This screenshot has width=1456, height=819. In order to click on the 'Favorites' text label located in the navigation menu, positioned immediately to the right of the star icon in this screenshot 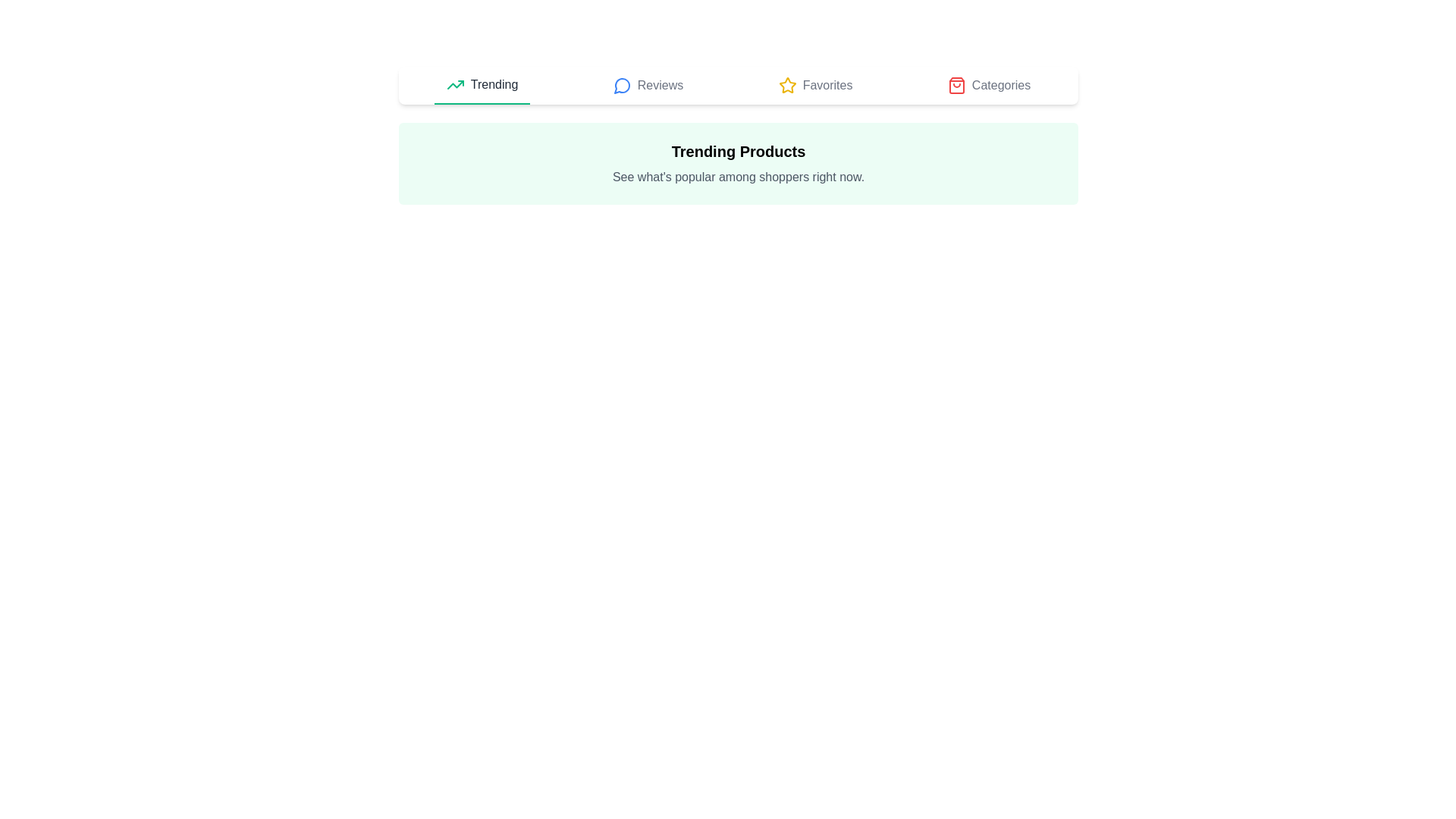, I will do `click(827, 85)`.